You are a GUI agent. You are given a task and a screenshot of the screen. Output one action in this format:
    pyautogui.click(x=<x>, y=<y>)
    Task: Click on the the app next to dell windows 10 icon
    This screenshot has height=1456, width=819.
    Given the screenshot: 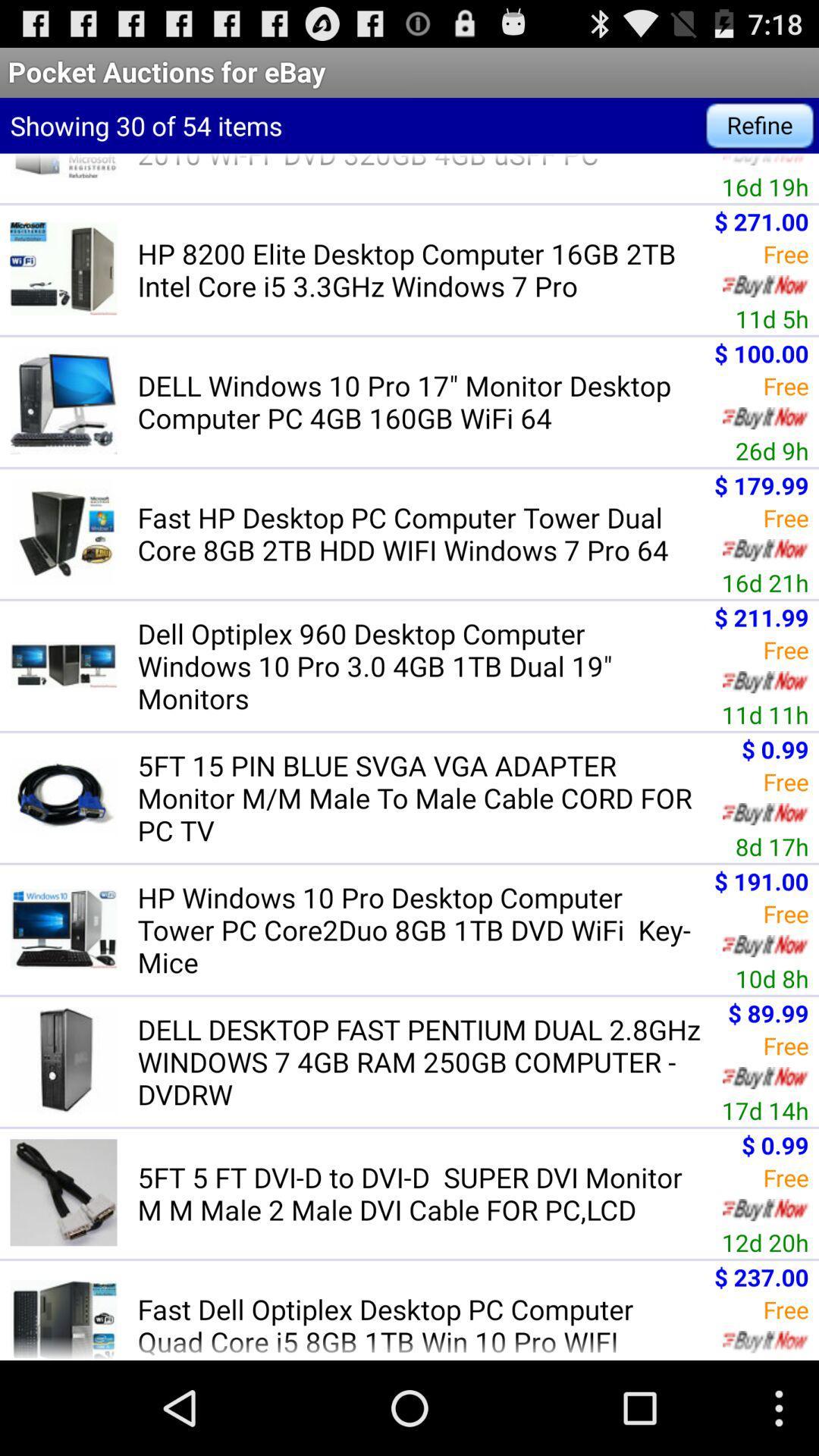 What is the action you would take?
    pyautogui.click(x=772, y=450)
    